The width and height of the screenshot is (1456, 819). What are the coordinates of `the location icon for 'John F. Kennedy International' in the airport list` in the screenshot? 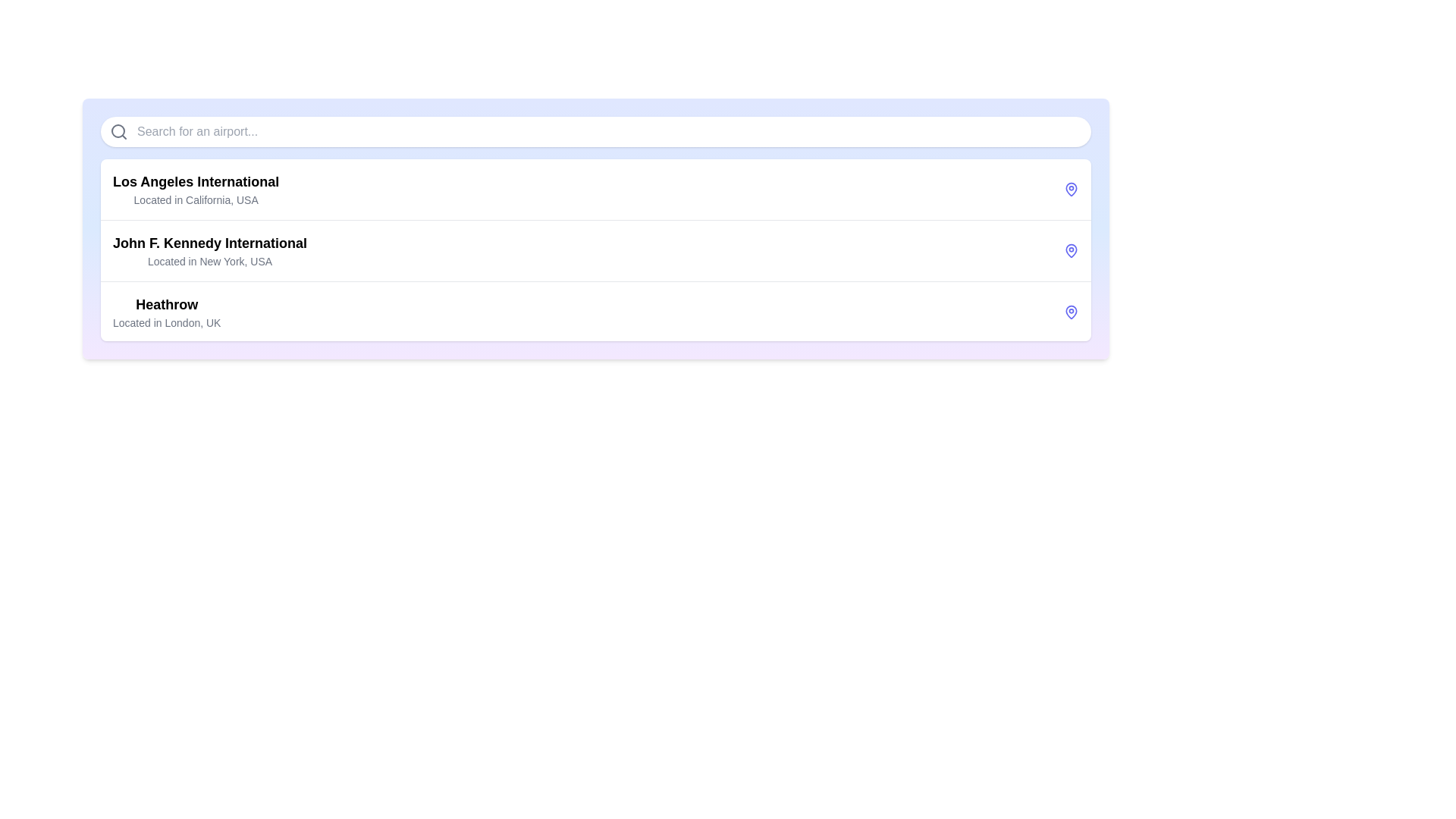 It's located at (1070, 250).